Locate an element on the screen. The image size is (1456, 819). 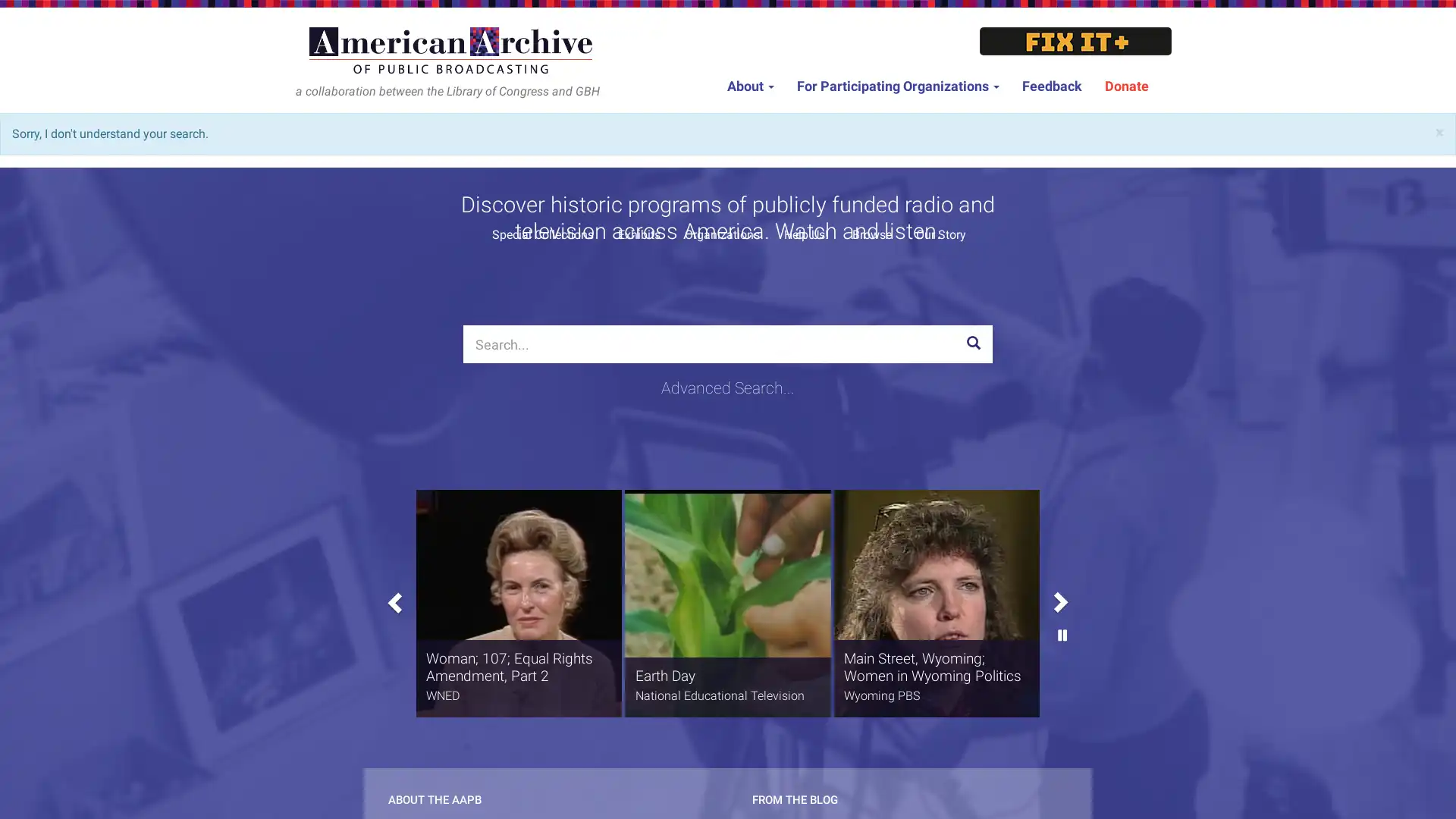
About is located at coordinates (750, 86).